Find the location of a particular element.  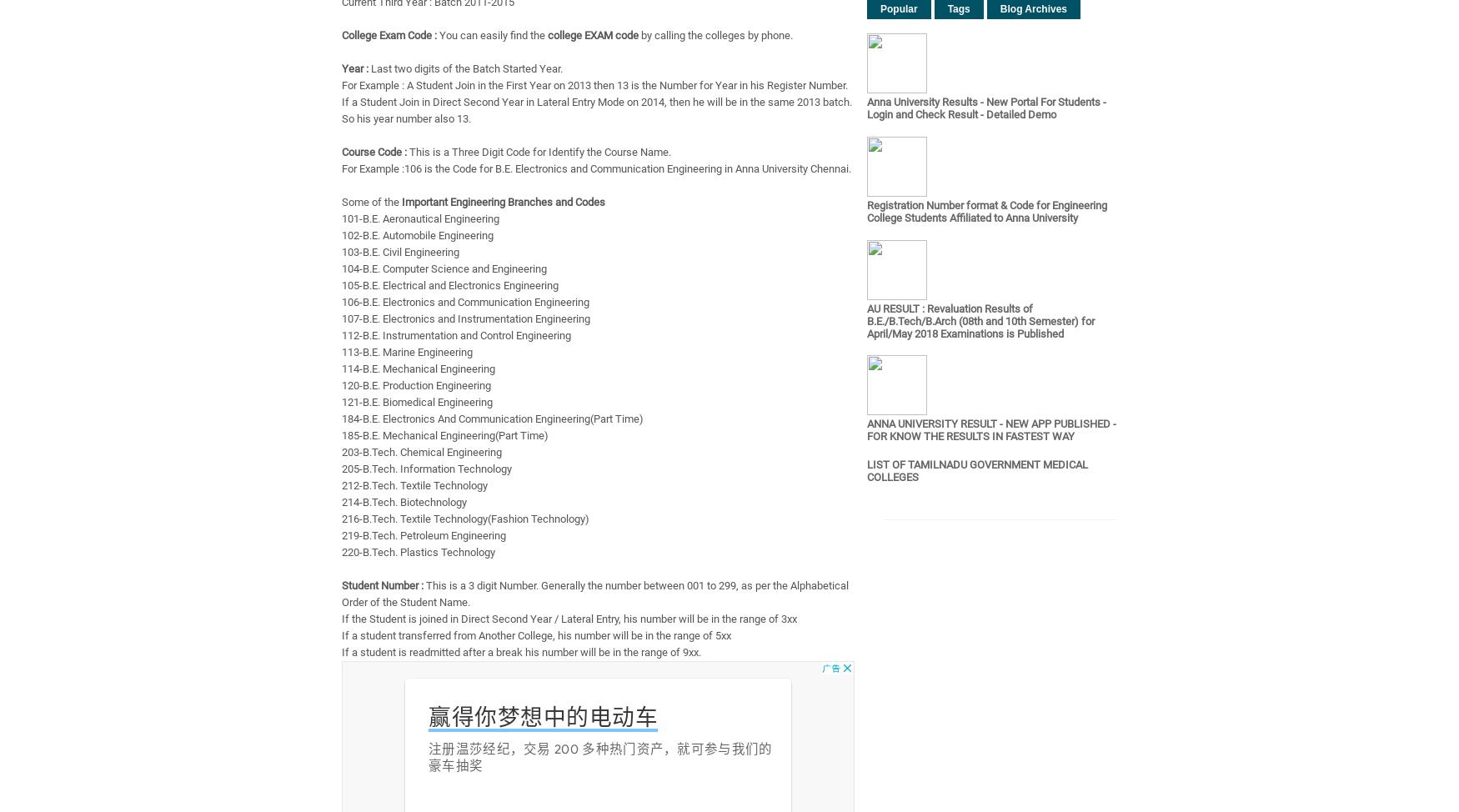

'Blog Archives' is located at coordinates (1033, 9).